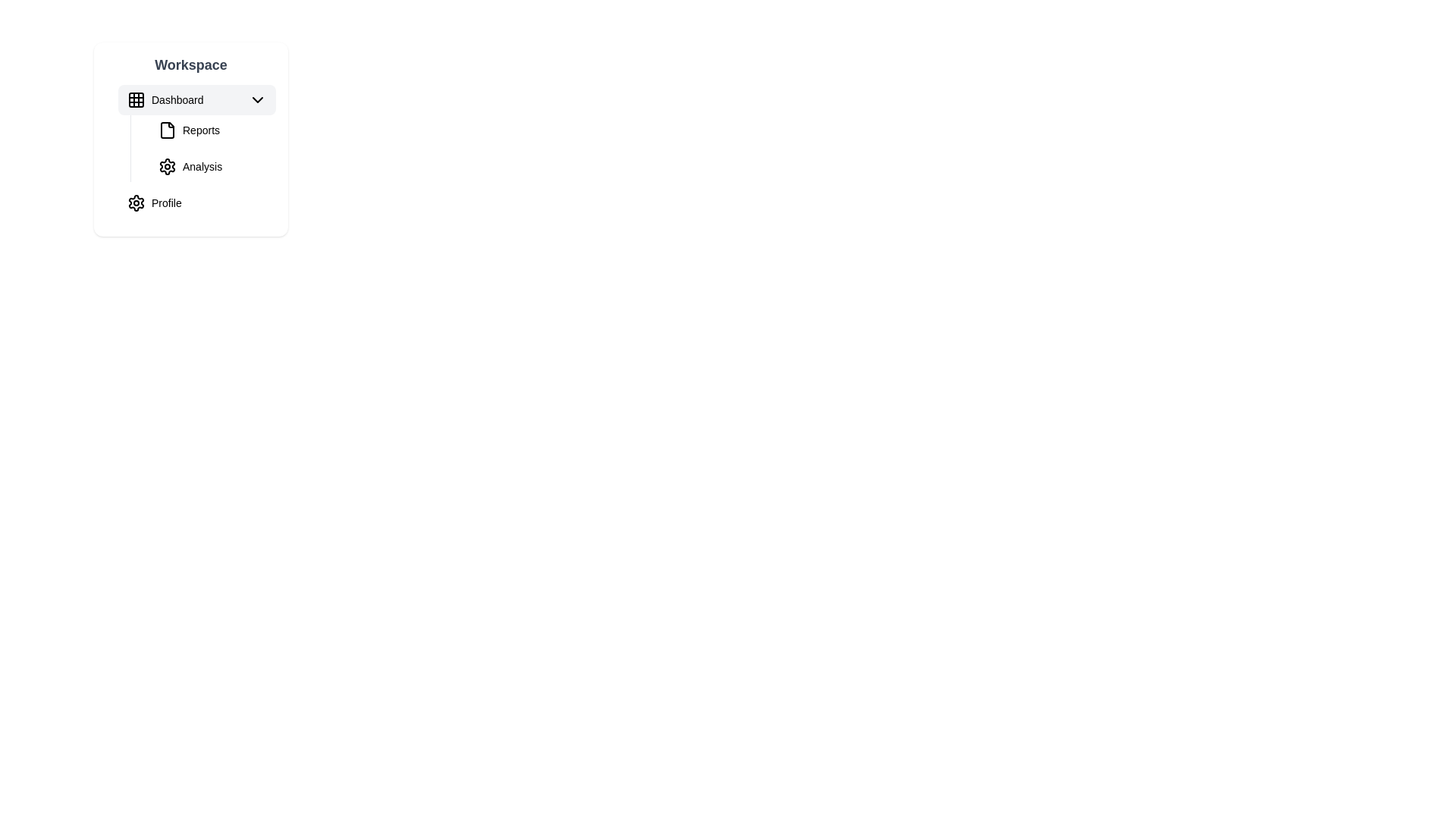 The width and height of the screenshot is (1456, 819). I want to click on the 'Reports' navigation menu entry, which is the second item in the vertical menu list, positioned below 'Dashboard' and above 'Analysis', so click(190, 140).